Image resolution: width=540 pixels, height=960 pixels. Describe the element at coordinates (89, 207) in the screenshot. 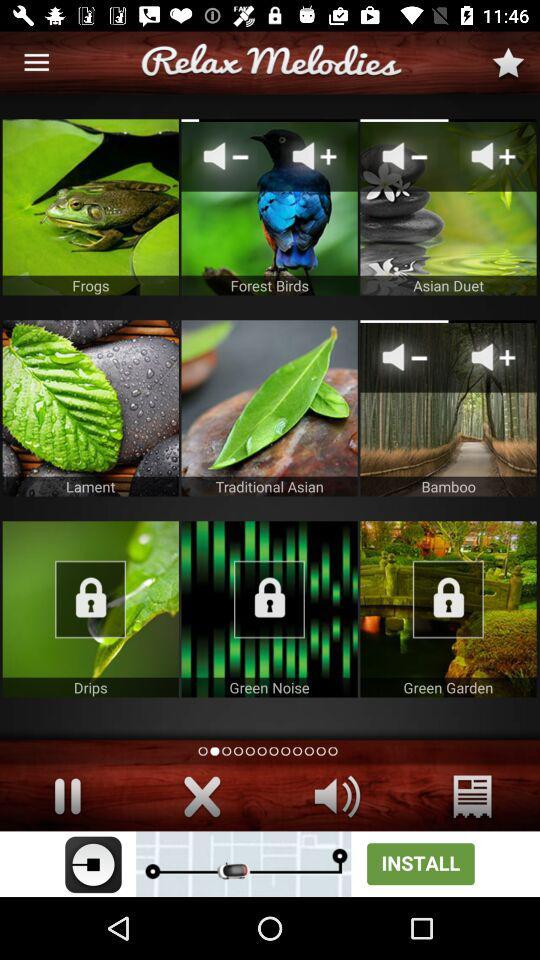

I see `choose frogs category` at that location.